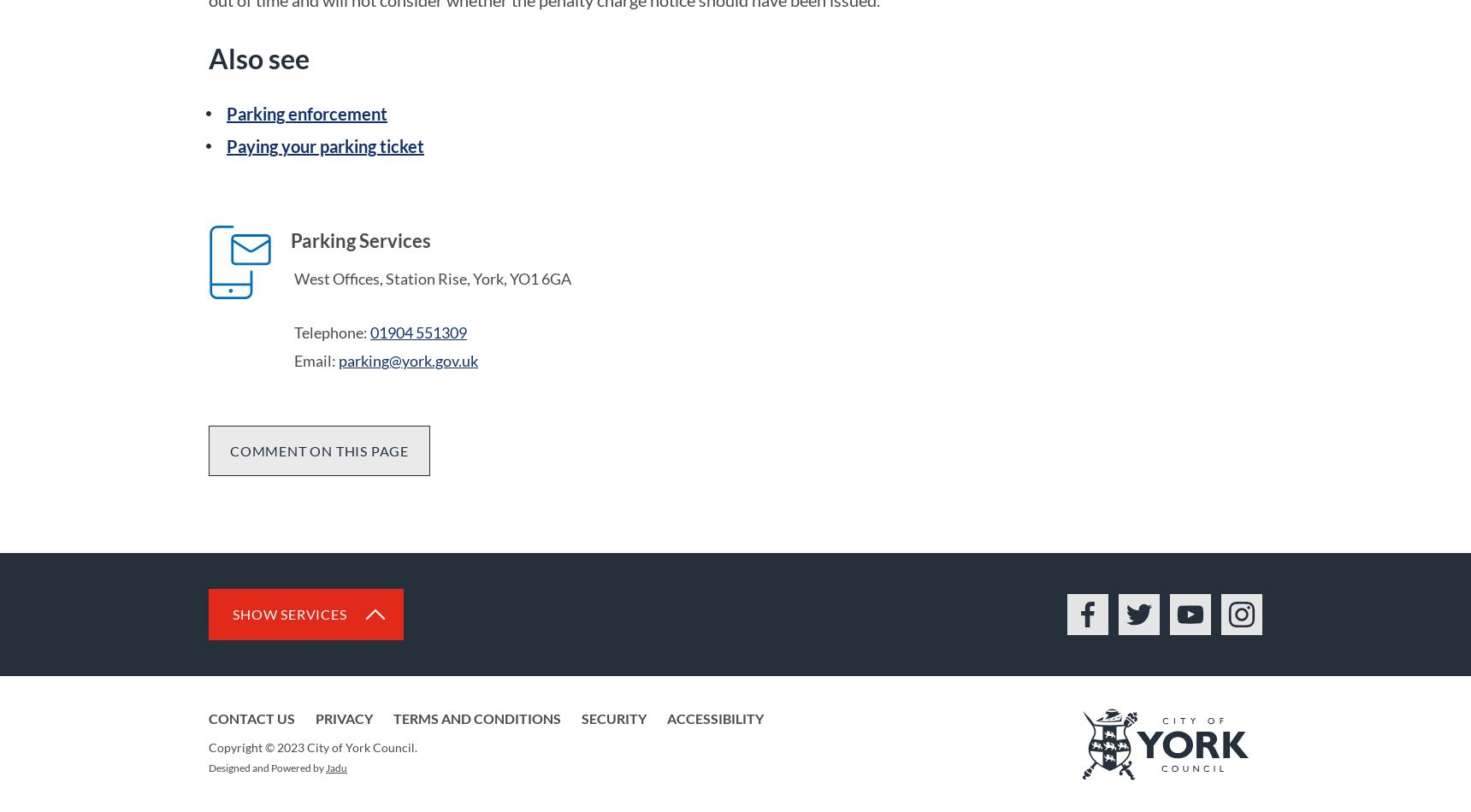 This screenshot has height=812, width=1471. I want to click on 'Parking Services', so click(360, 239).